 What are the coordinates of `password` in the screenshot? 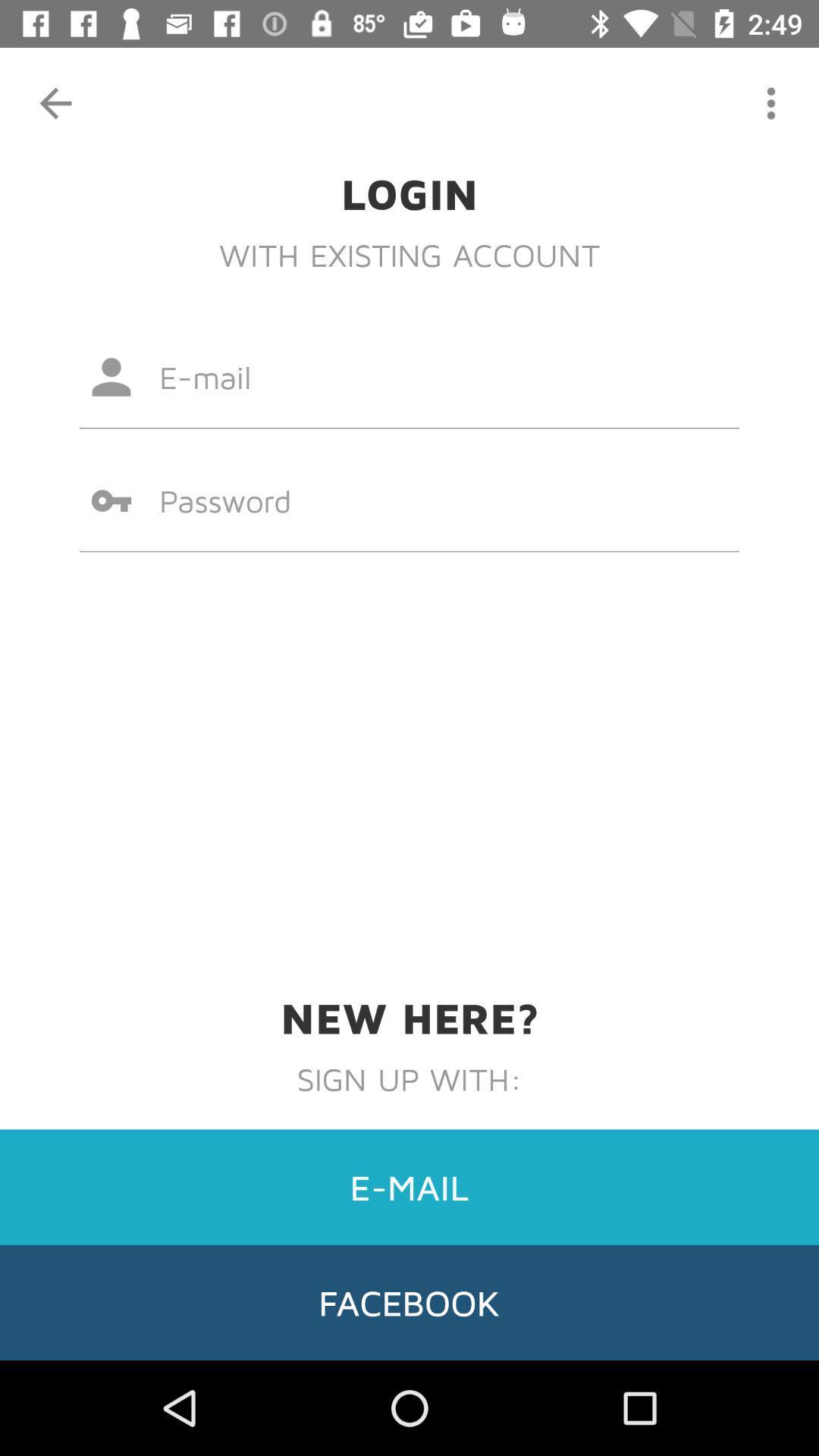 It's located at (409, 500).